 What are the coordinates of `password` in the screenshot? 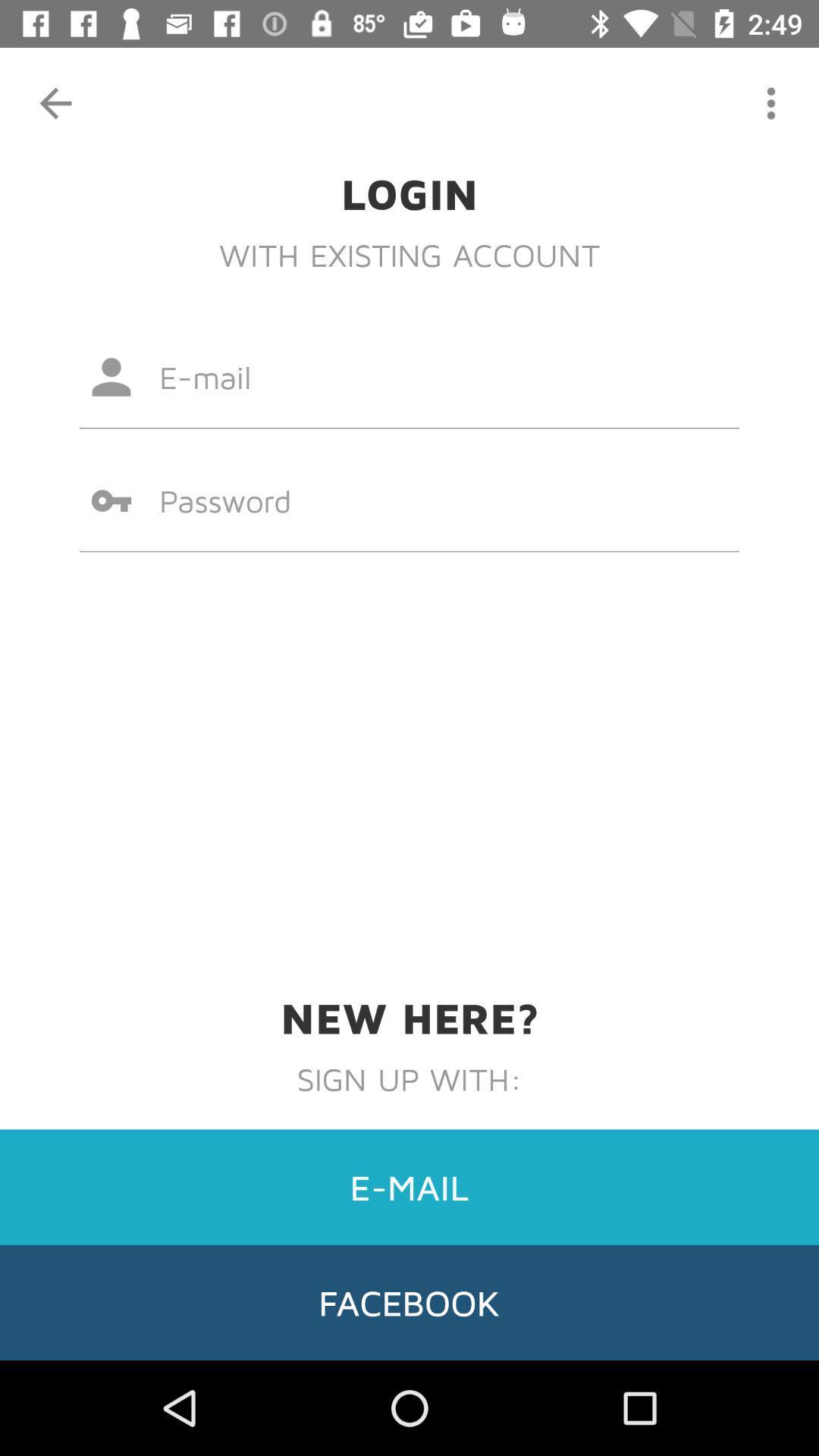 It's located at (409, 500).